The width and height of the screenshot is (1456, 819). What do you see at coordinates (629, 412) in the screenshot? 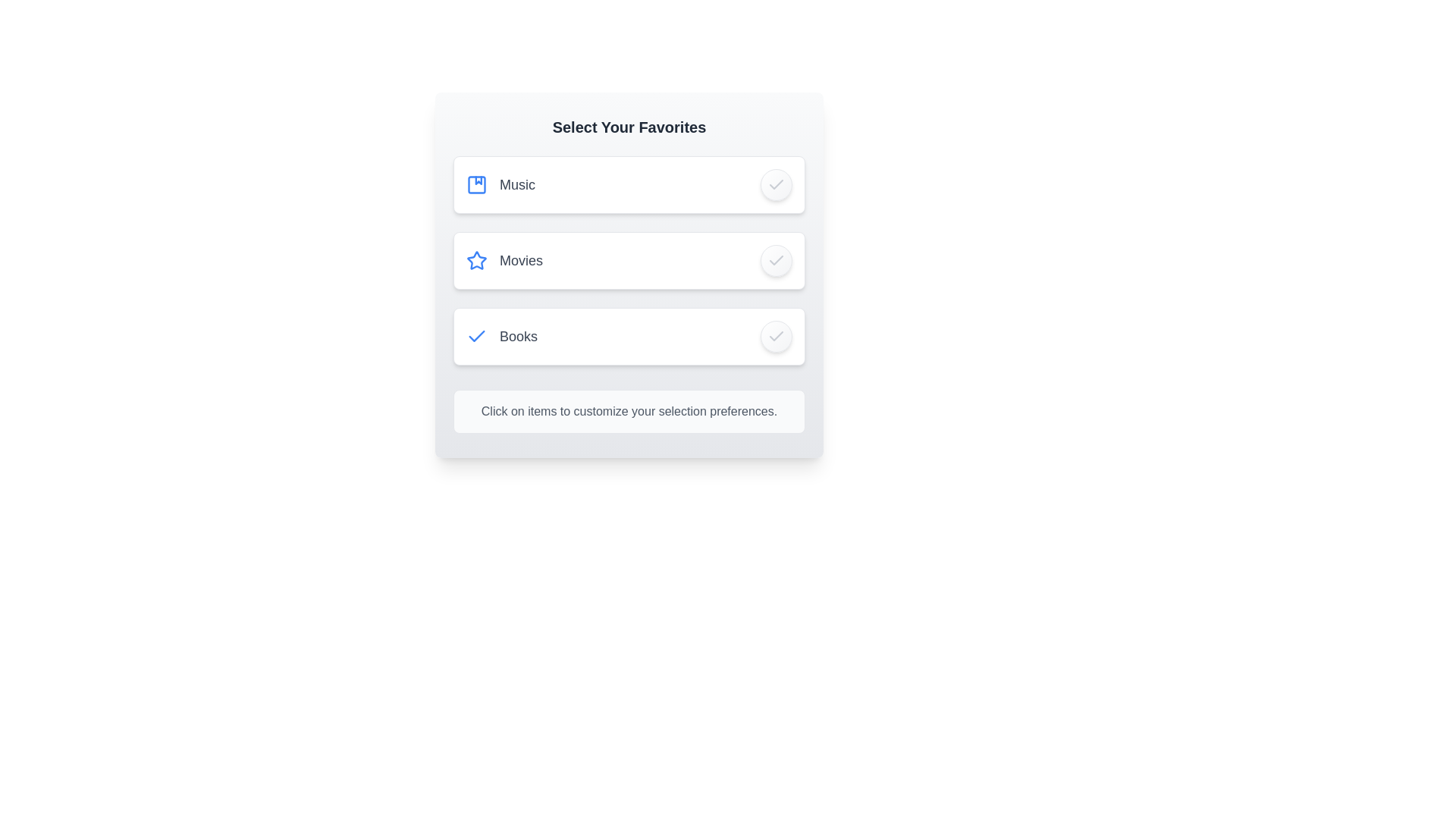
I see `instruction displayed on the text label that says 'Click on items to customize your selection preferences.' positioned at the bottom of the selection options box` at bounding box center [629, 412].